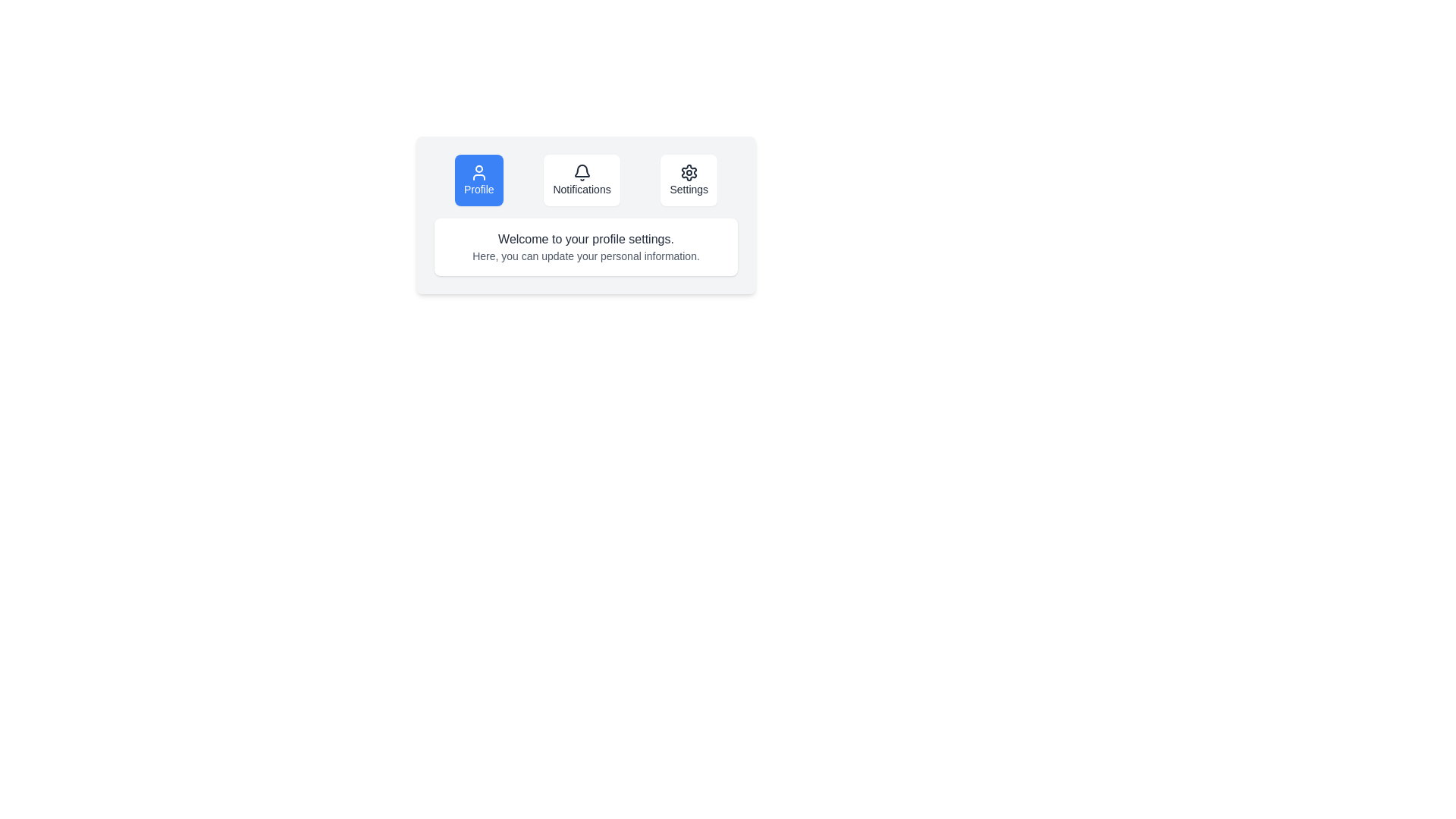  What do you see at coordinates (688, 180) in the screenshot?
I see `the Settings button` at bounding box center [688, 180].